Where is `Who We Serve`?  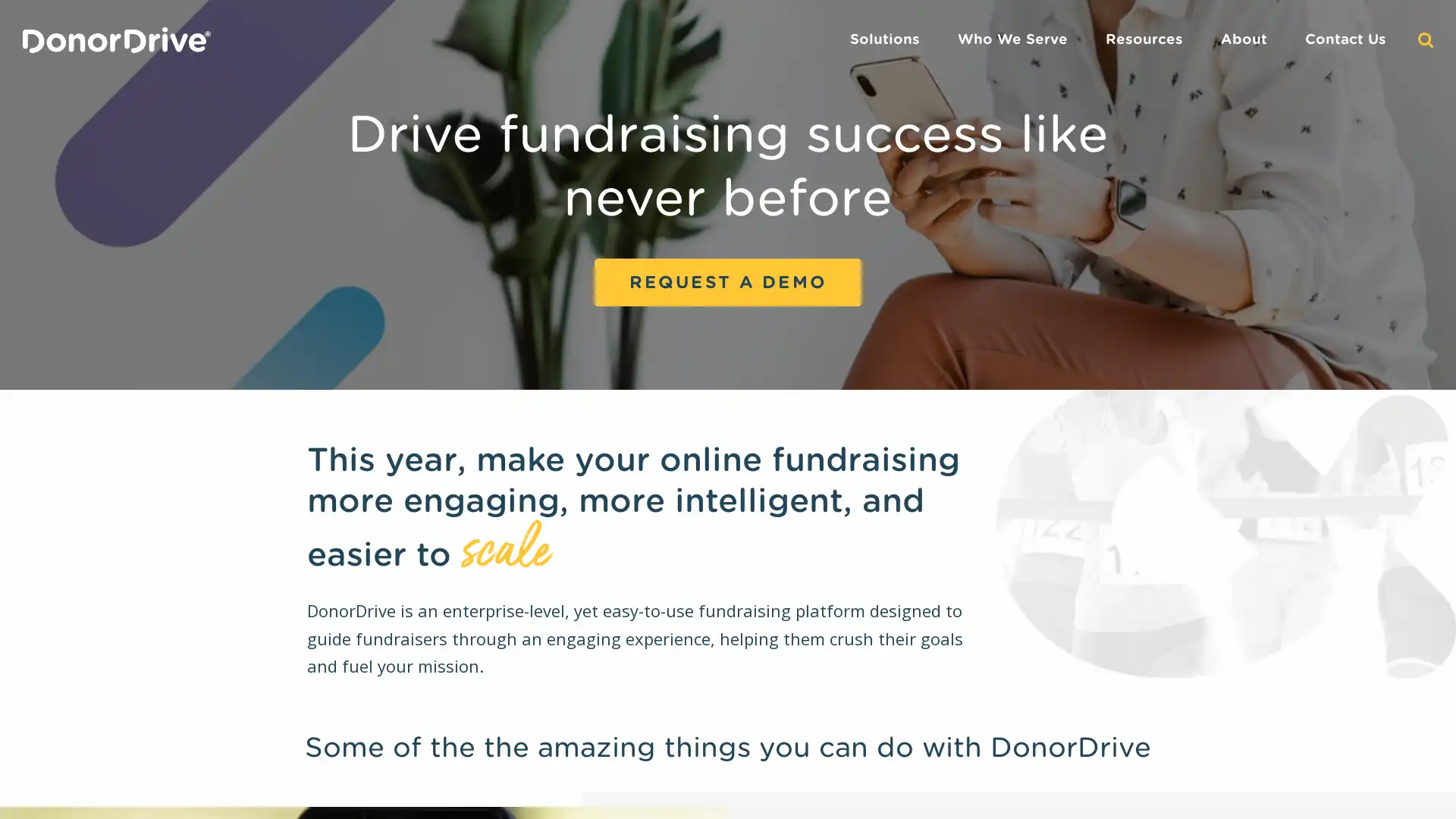 Who We Serve is located at coordinates (1012, 38).